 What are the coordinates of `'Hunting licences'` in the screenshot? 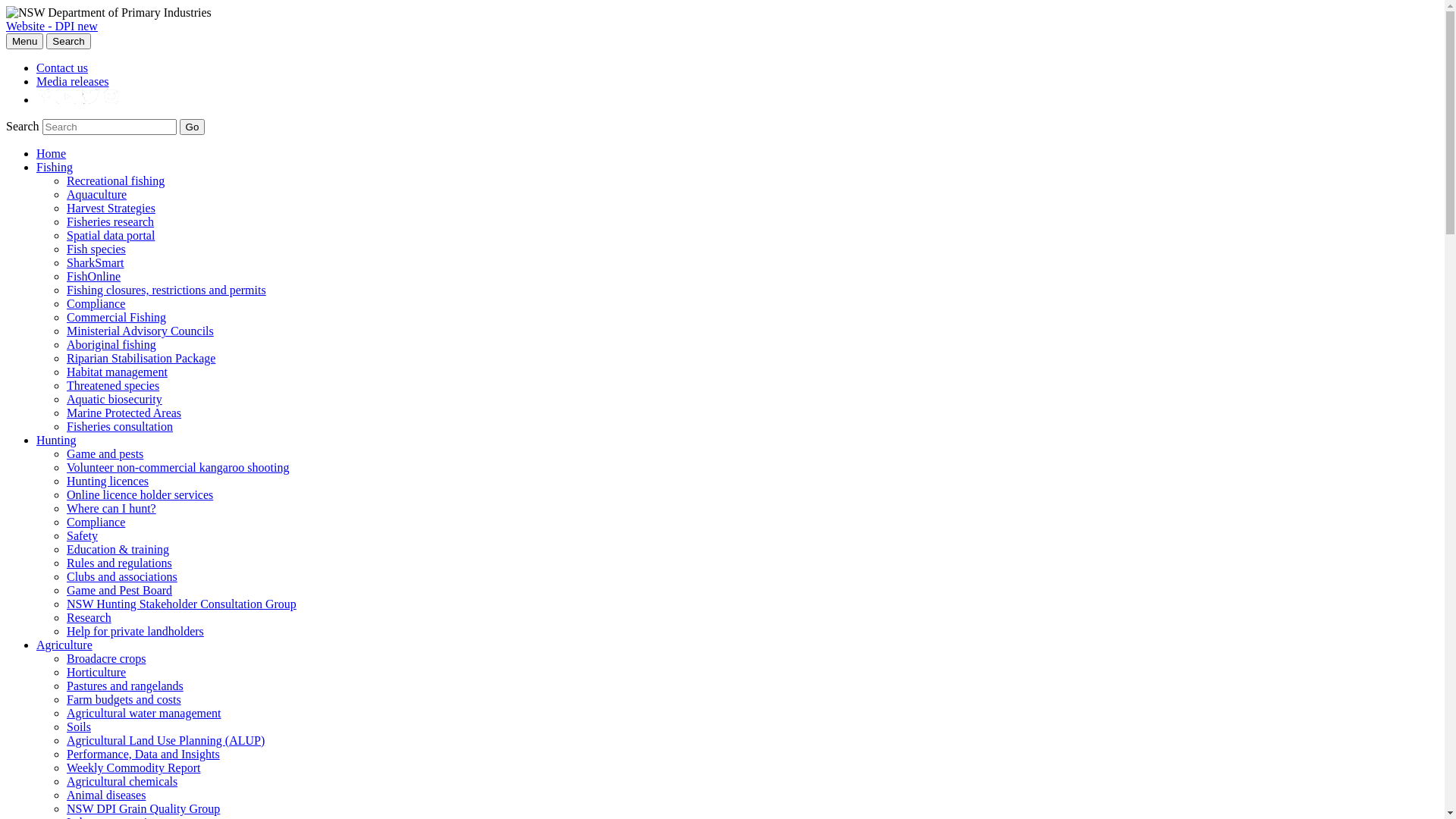 It's located at (107, 481).